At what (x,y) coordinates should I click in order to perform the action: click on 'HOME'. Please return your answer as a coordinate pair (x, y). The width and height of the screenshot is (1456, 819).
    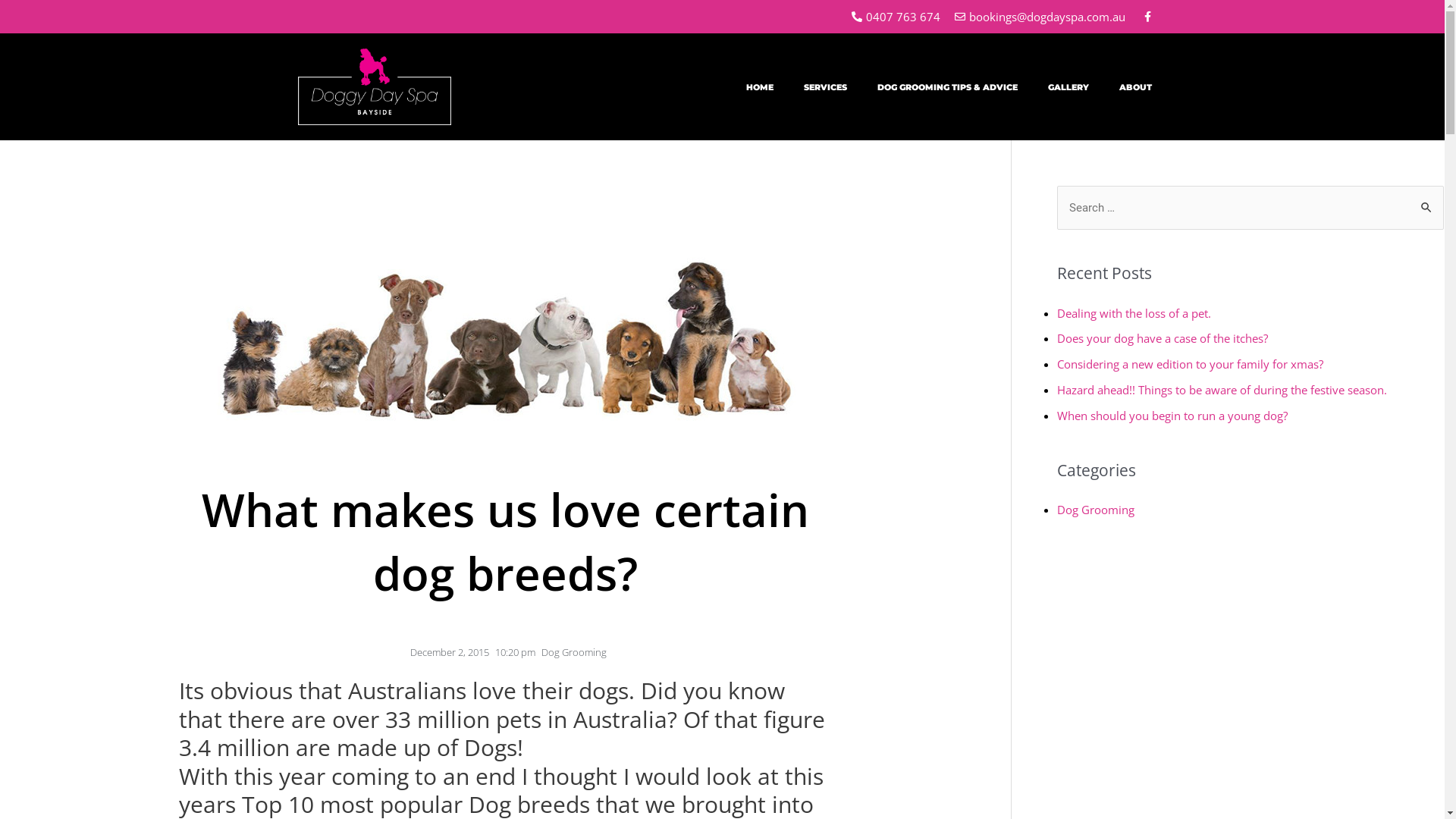
    Looking at the image, I should click on (760, 87).